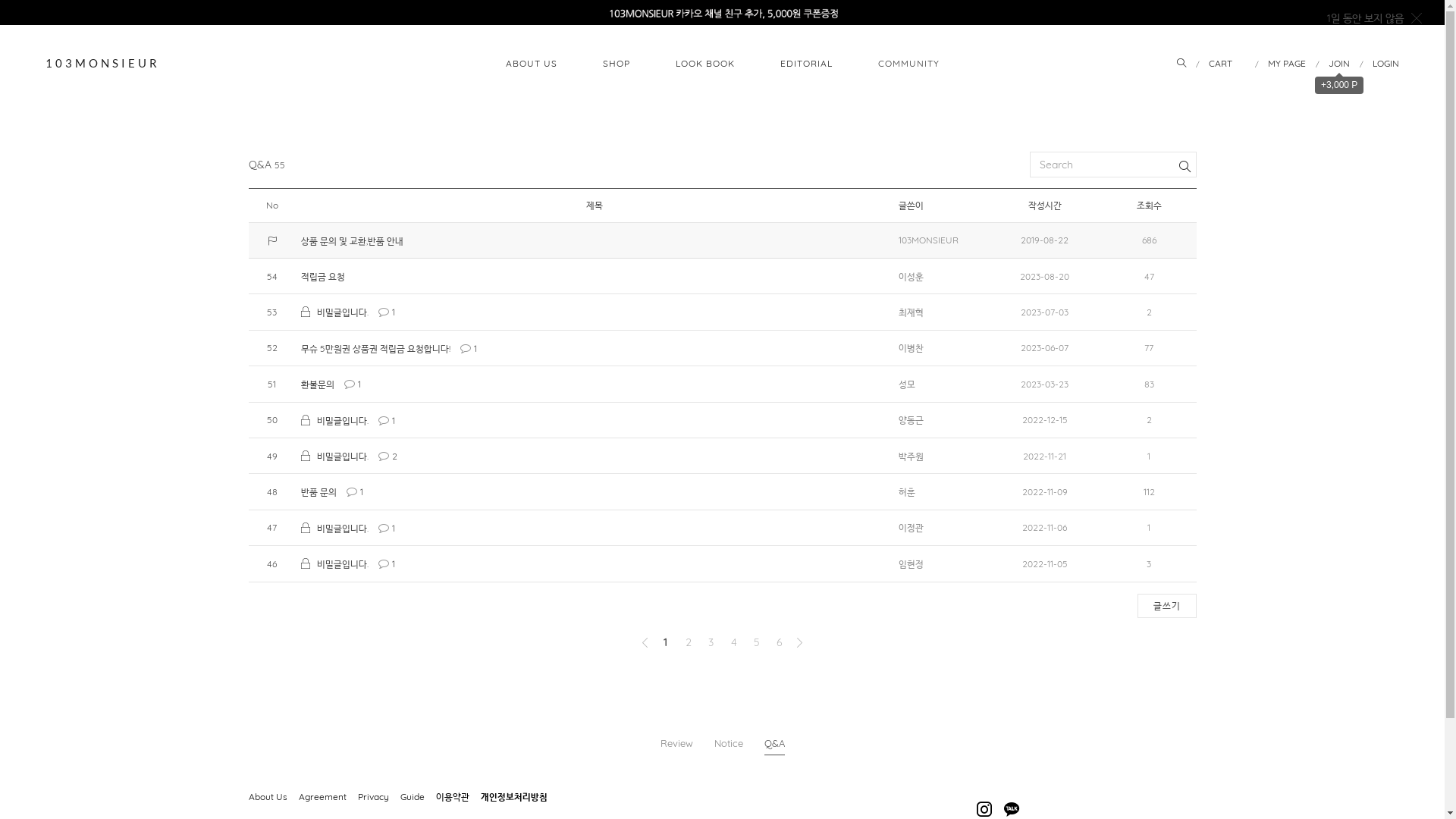  What do you see at coordinates (710, 642) in the screenshot?
I see `'3'` at bounding box center [710, 642].